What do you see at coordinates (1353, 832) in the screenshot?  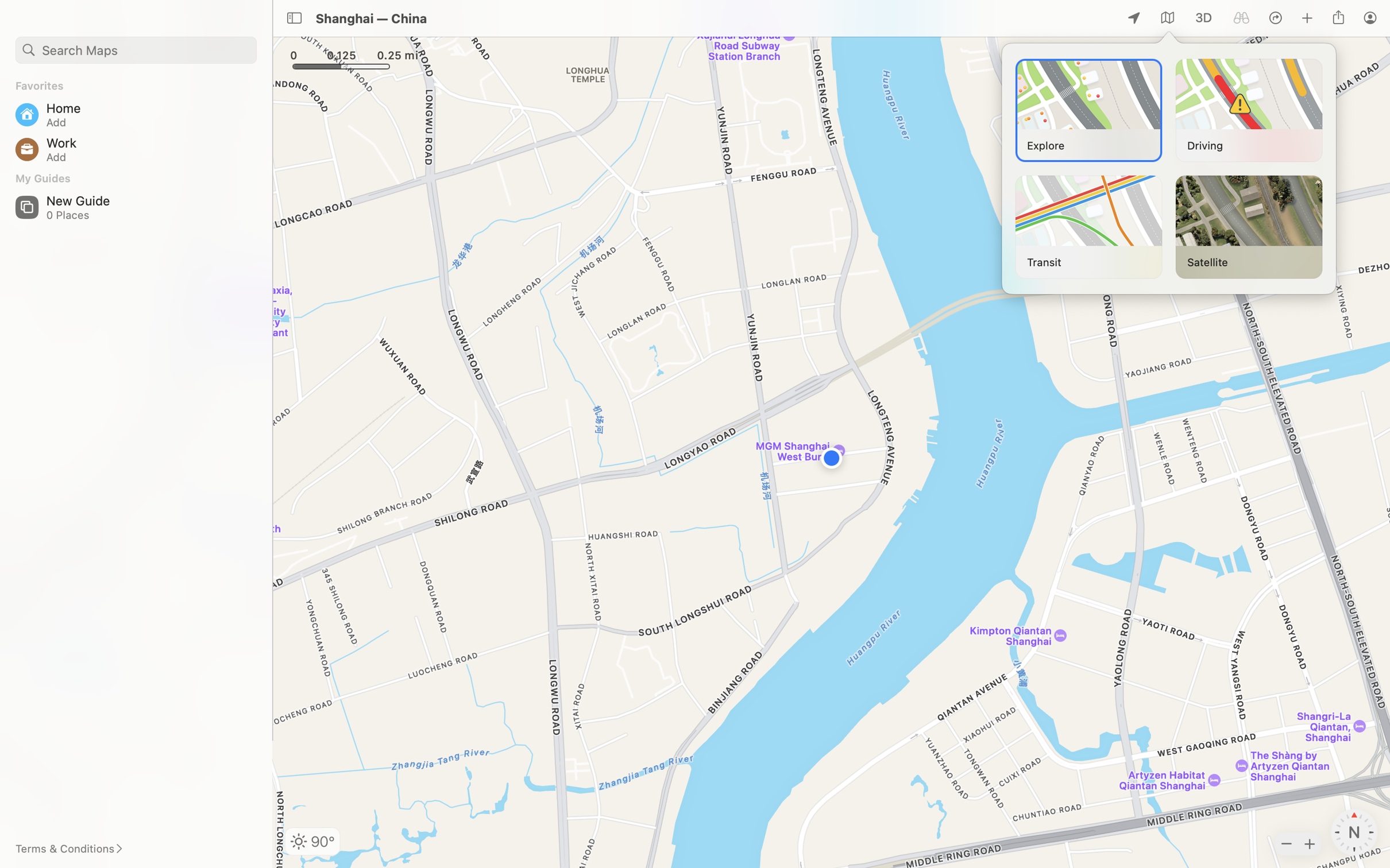 I see `'Heading: 0 degrees North'` at bounding box center [1353, 832].